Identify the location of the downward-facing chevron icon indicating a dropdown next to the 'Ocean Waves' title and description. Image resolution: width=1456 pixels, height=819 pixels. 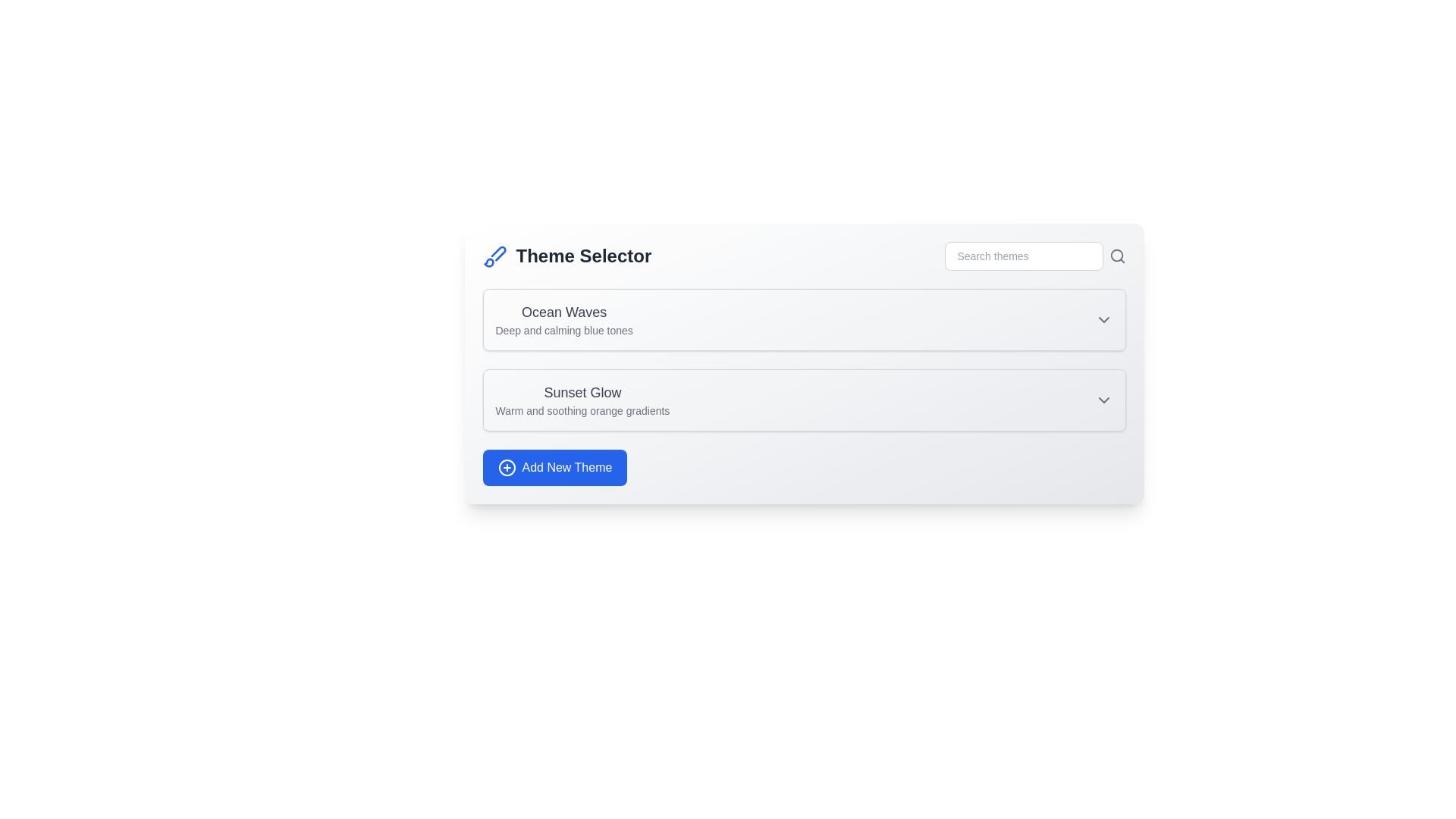
(1103, 318).